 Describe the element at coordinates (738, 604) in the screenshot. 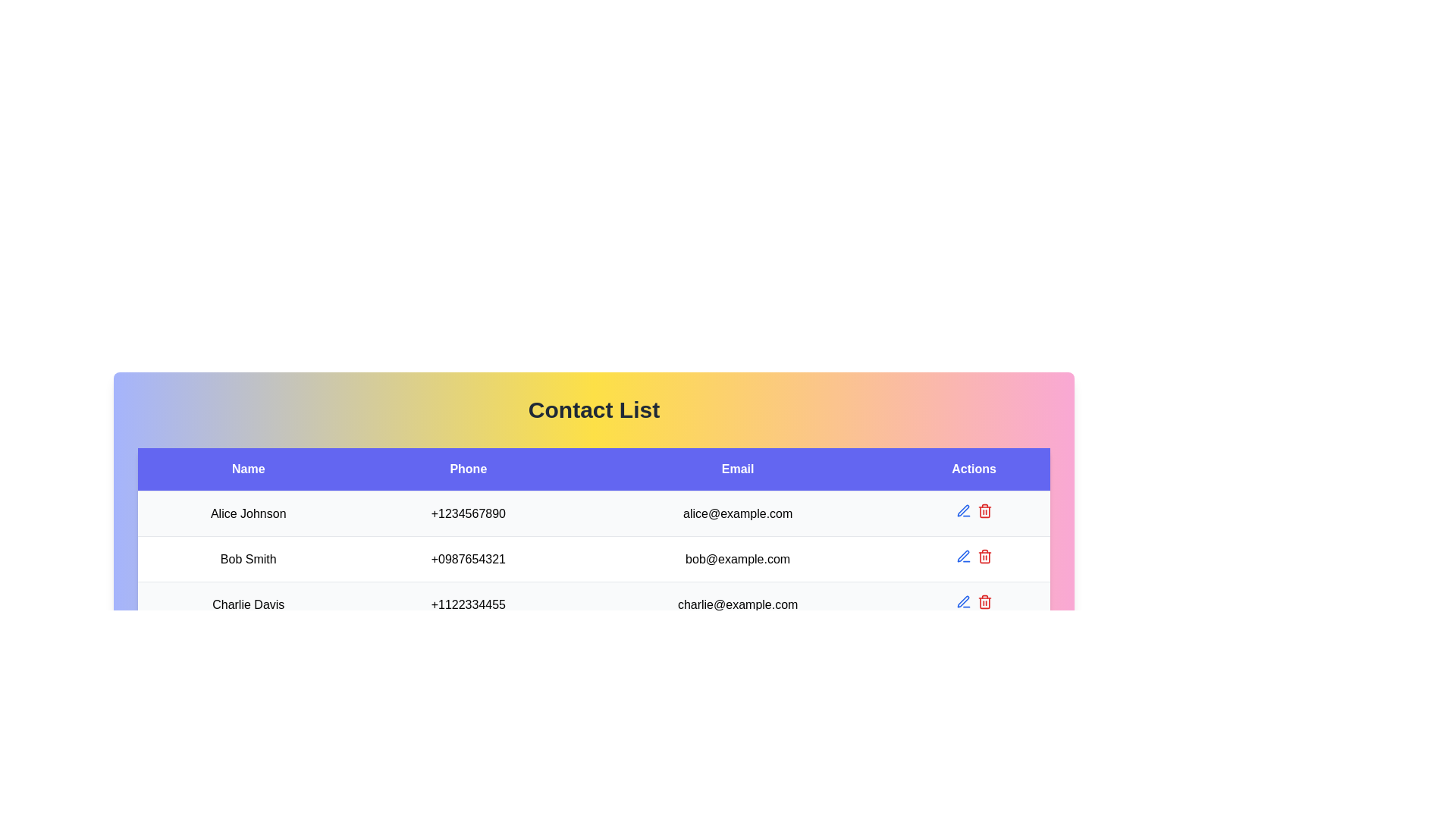

I see `the email address displayed in the third item of the 'Email' column associated with the contact 'Charlie Davis' in the table` at that location.